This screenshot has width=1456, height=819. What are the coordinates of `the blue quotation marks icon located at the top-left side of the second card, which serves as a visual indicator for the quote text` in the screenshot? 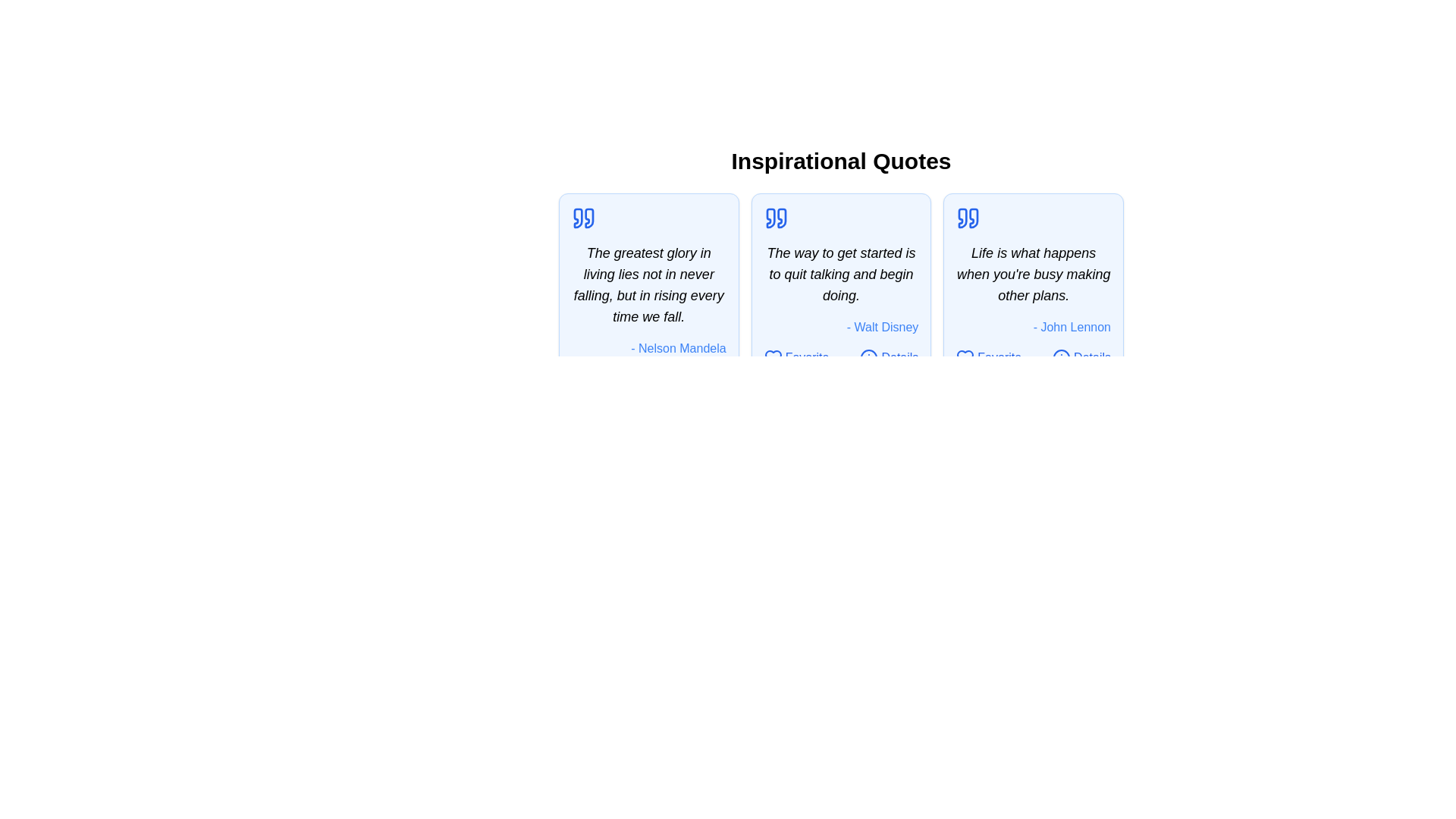 It's located at (776, 218).